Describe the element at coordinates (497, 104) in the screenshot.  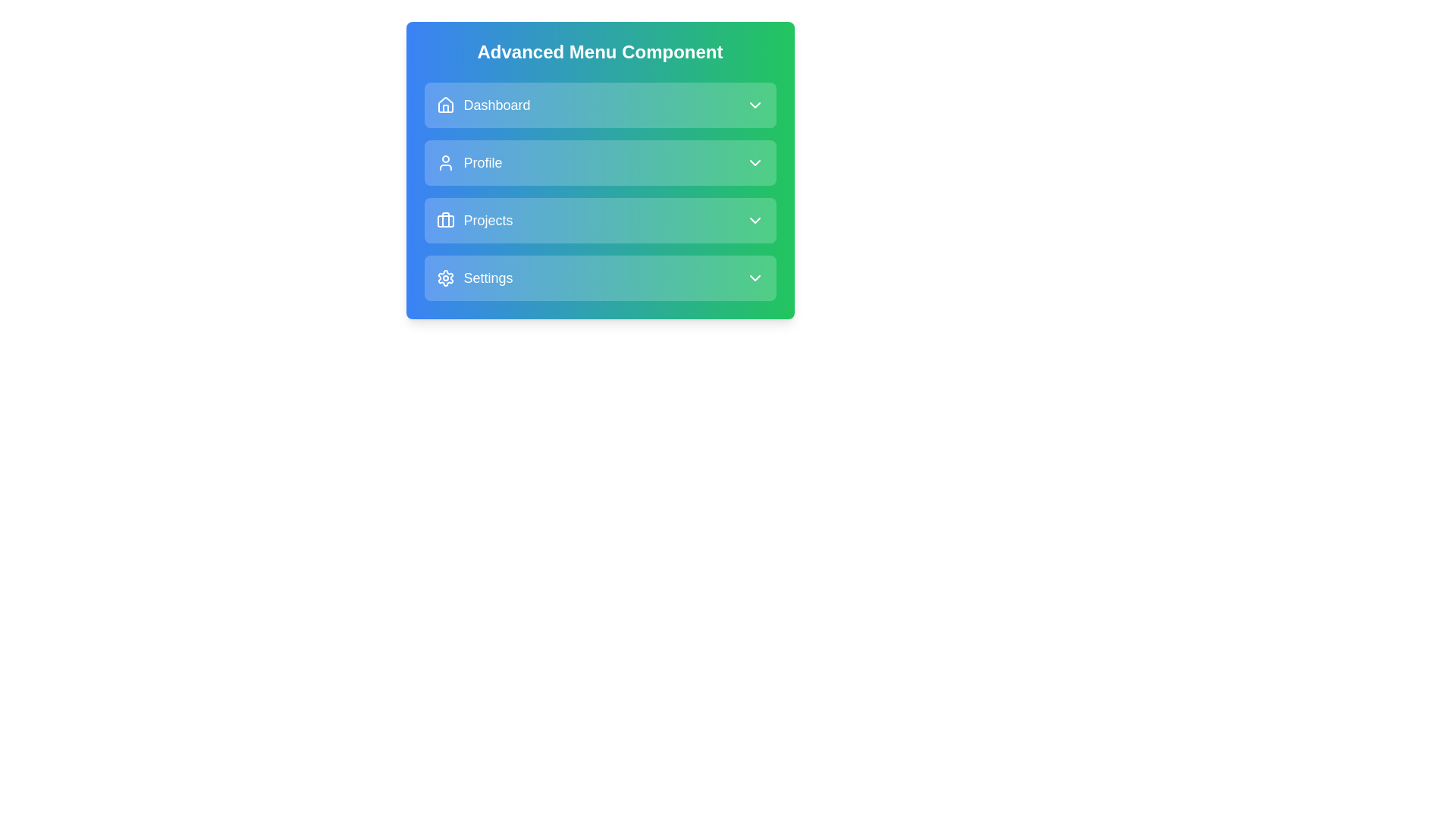
I see `the 'Dashboard' text label located in the first menu item of the 'Advanced Menu Component' interface, which is styled to blend with a blue-green gradient background` at that location.